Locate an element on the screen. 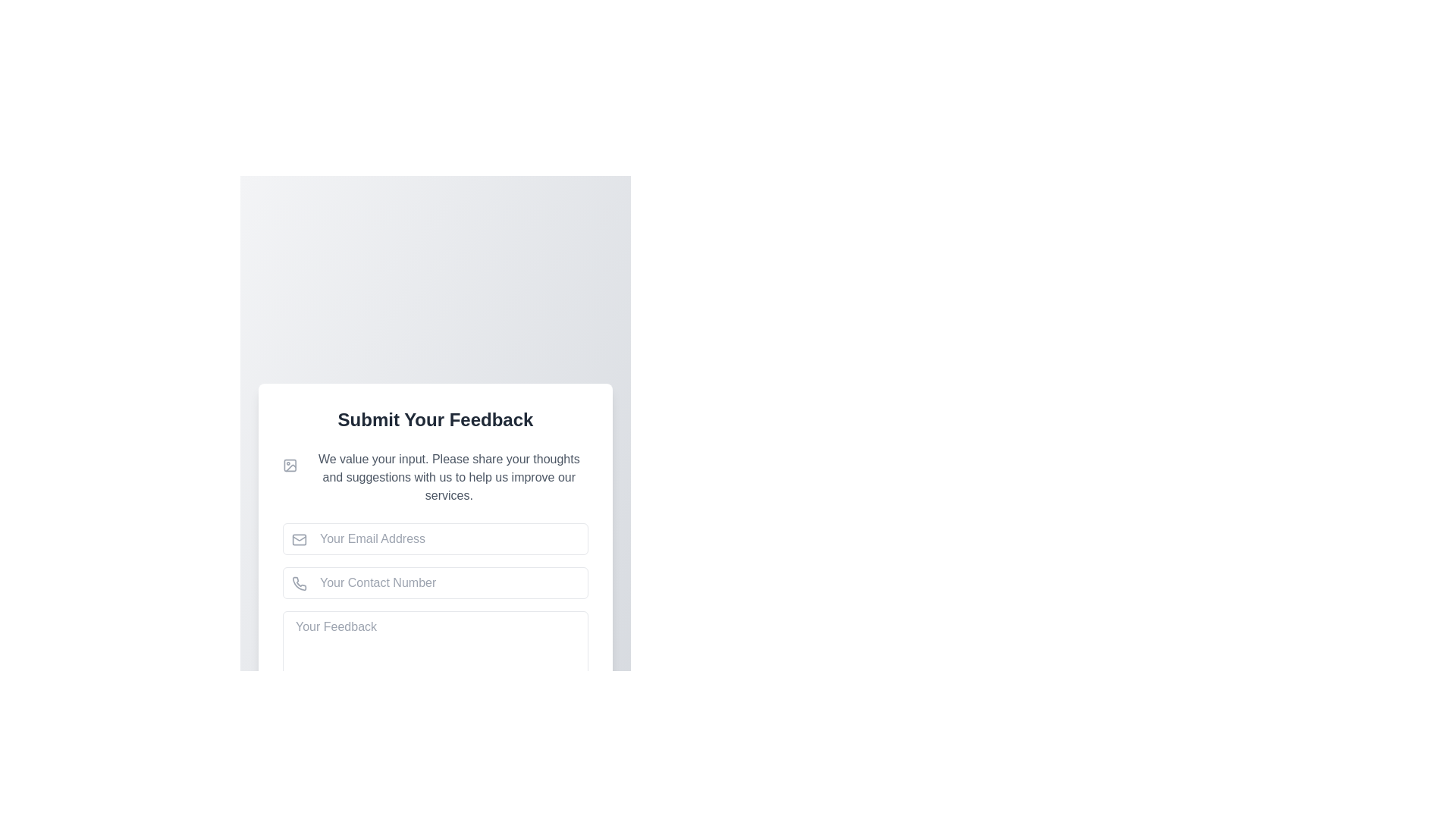  the text block containing the message 'We value your input. Please share your thoughts and suggestions with us to help us improve our services.' which is located under the header 'Submit Your Feedback' is located at coordinates (435, 476).